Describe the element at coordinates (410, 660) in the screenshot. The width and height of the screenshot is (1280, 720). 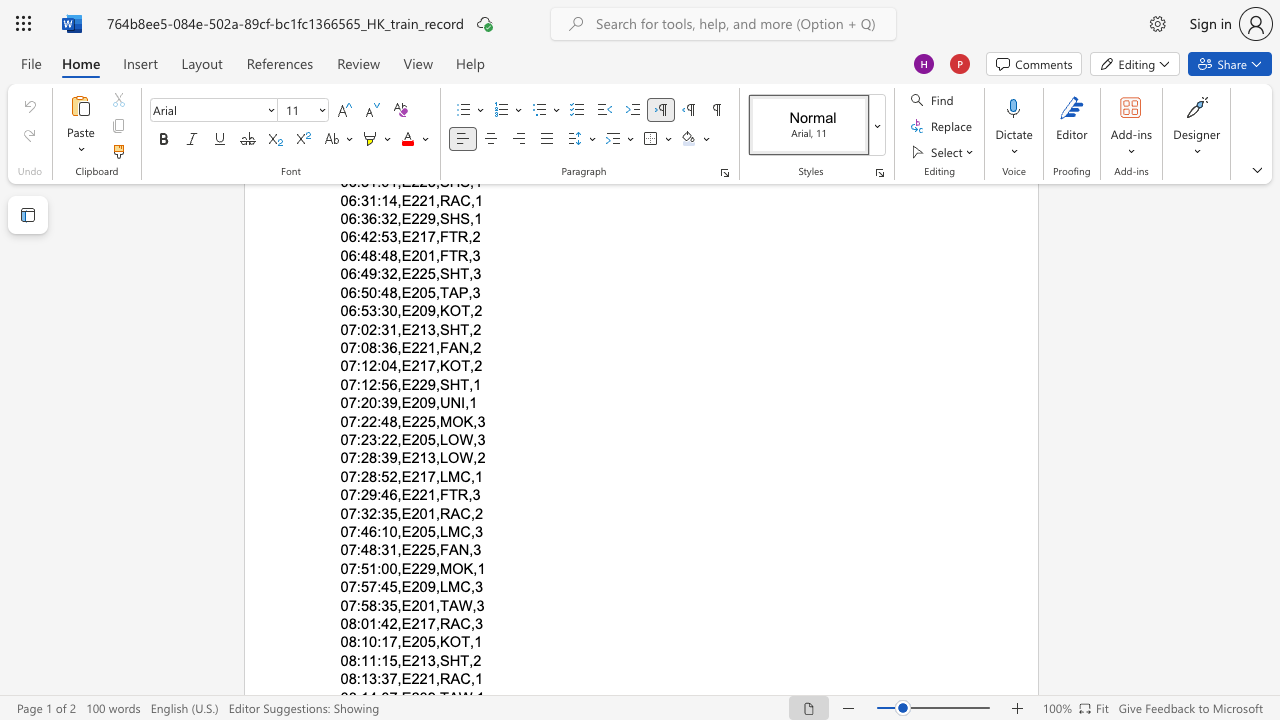
I see `the subset text "21" within the text "08:11:15,E213,SHT,2"` at that location.